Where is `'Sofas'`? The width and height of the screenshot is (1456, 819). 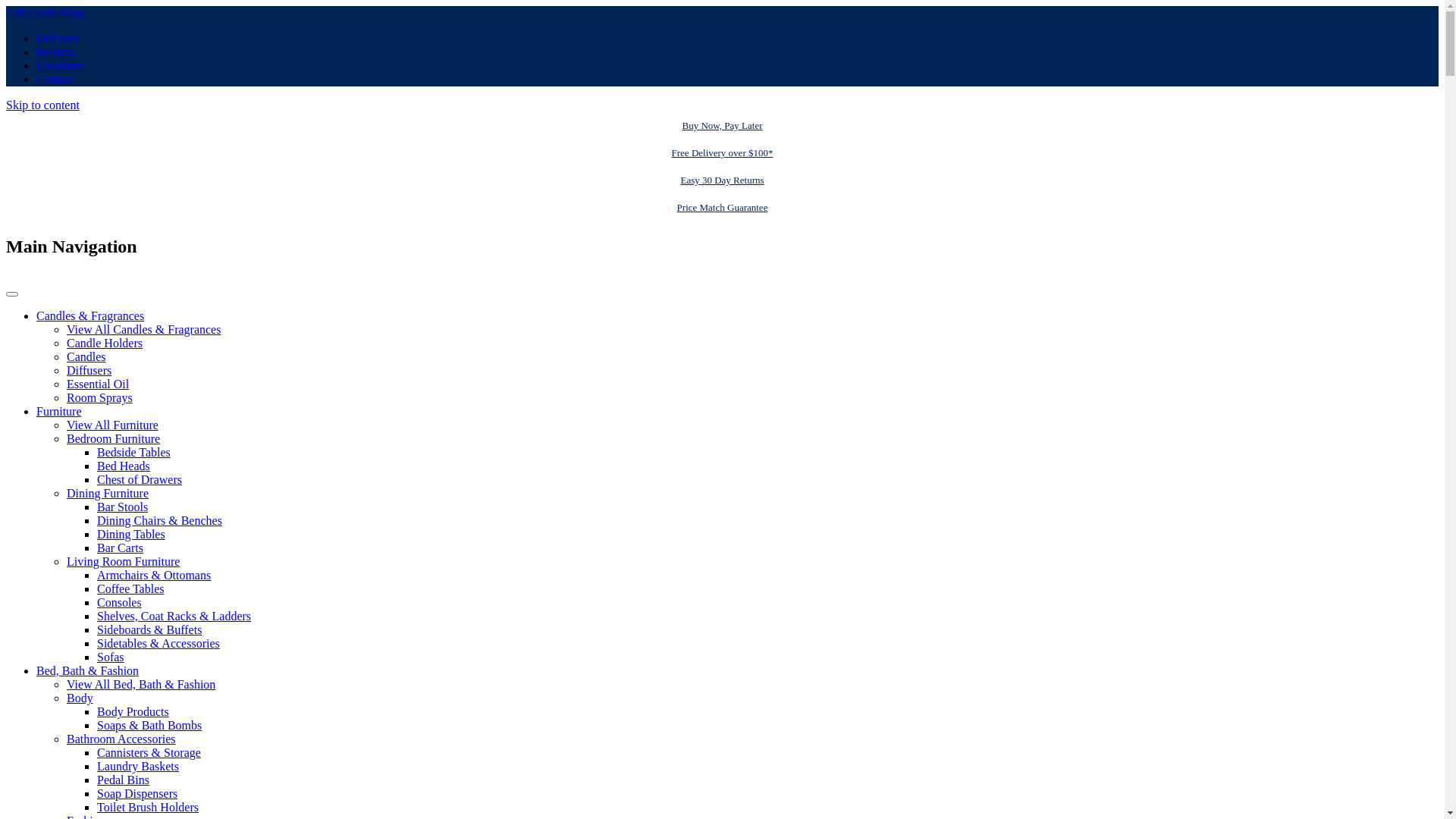
'Sofas' is located at coordinates (96, 656).